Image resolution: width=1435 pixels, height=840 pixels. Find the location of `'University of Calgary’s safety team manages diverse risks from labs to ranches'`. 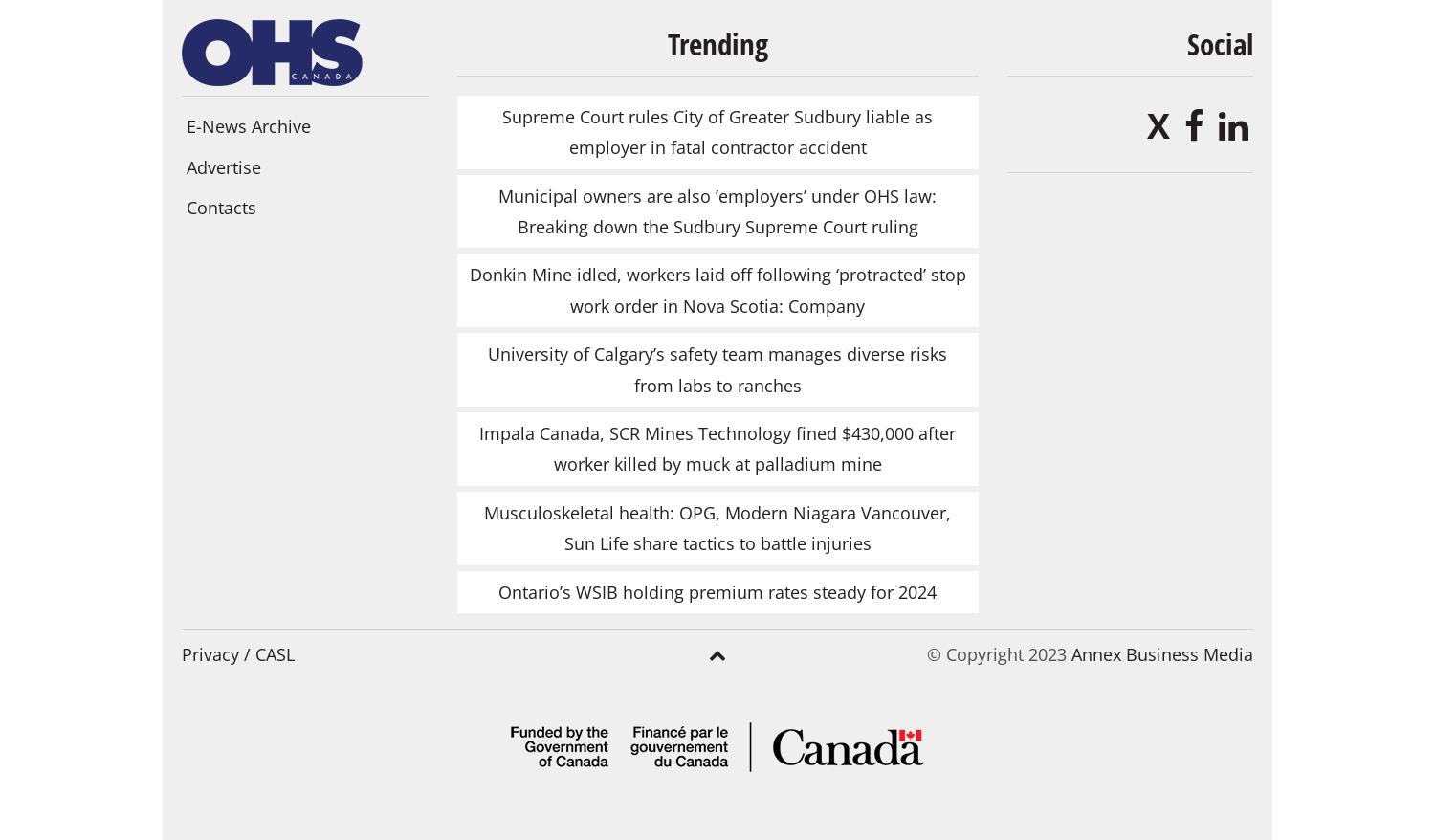

'University of Calgary’s safety team manages diverse risks from labs to ranches' is located at coordinates (488, 367).